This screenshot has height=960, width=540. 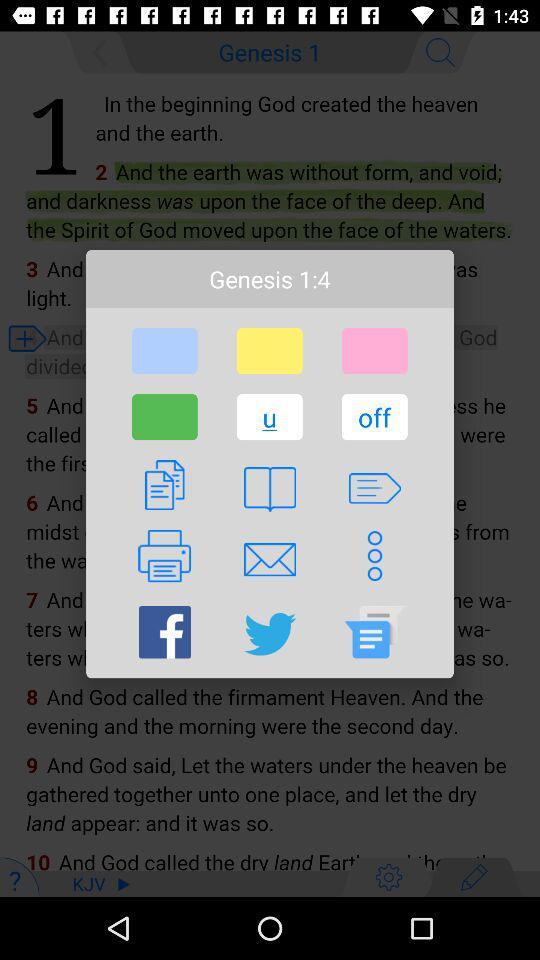 What do you see at coordinates (374, 416) in the screenshot?
I see `the icon next to u icon` at bounding box center [374, 416].